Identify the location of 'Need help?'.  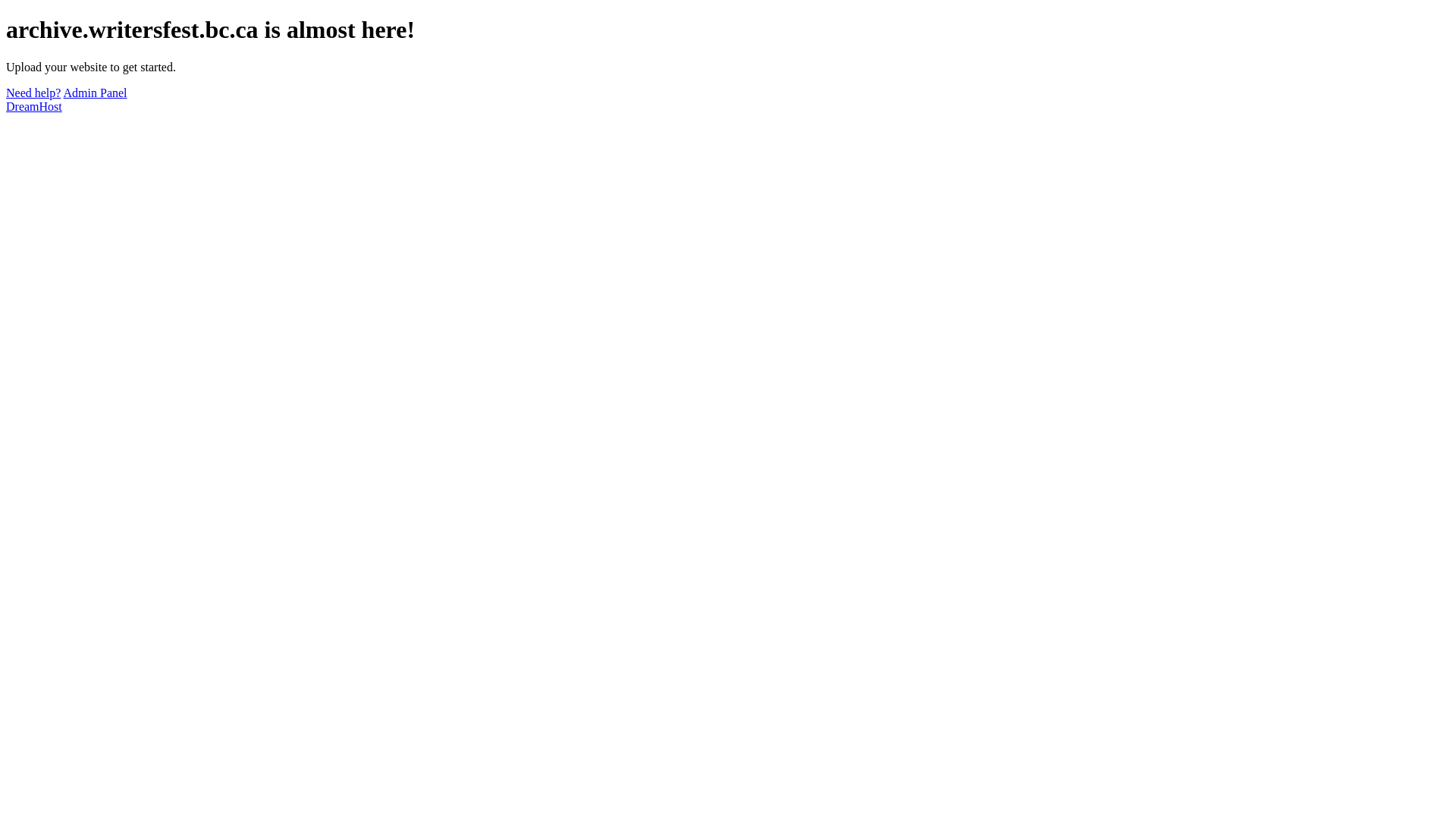
(6, 93).